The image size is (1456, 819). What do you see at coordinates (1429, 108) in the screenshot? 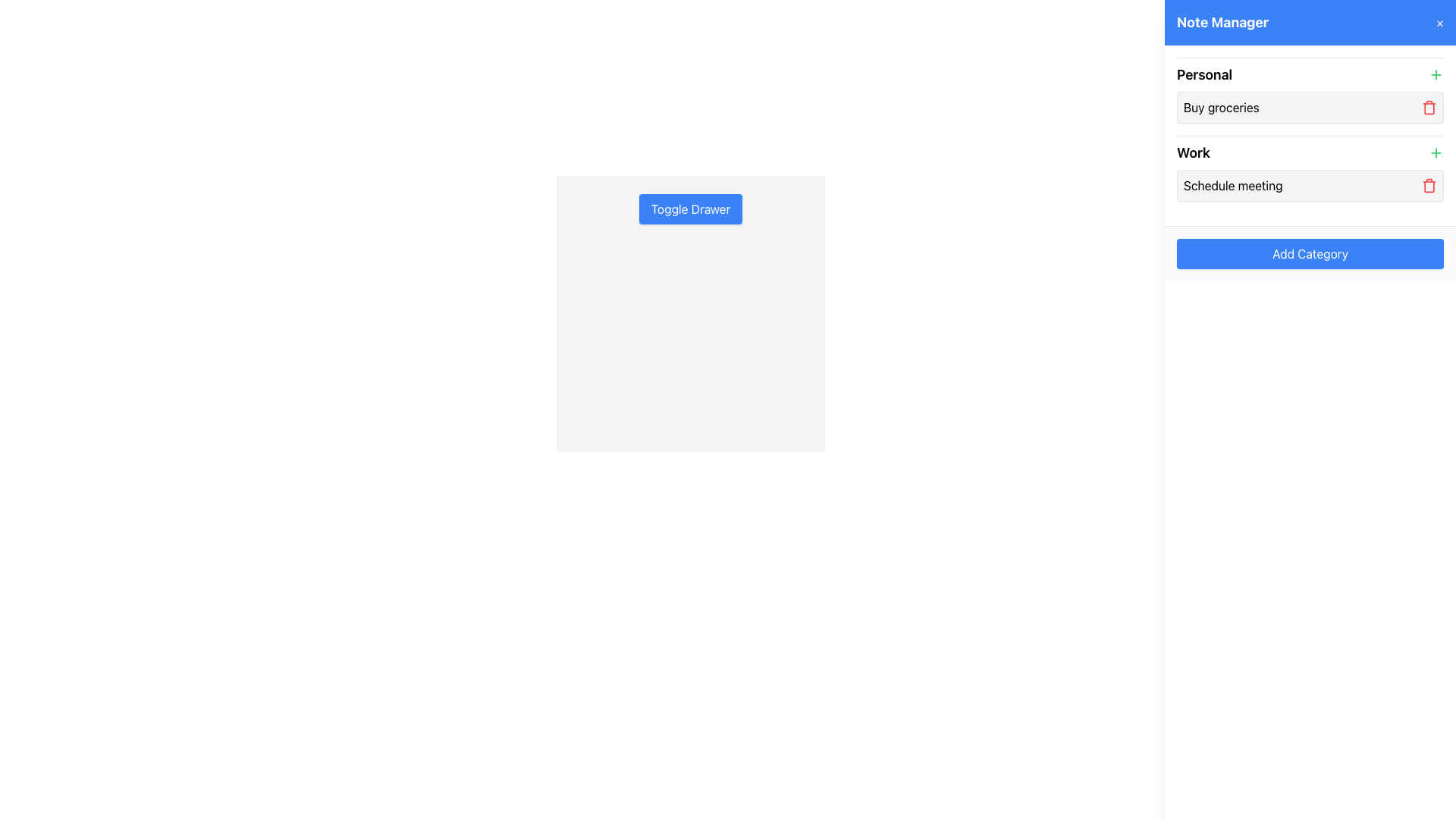
I see `the trash bin icon element located at the bottom-right area of the interface for a different action in the Note Manager` at bounding box center [1429, 108].